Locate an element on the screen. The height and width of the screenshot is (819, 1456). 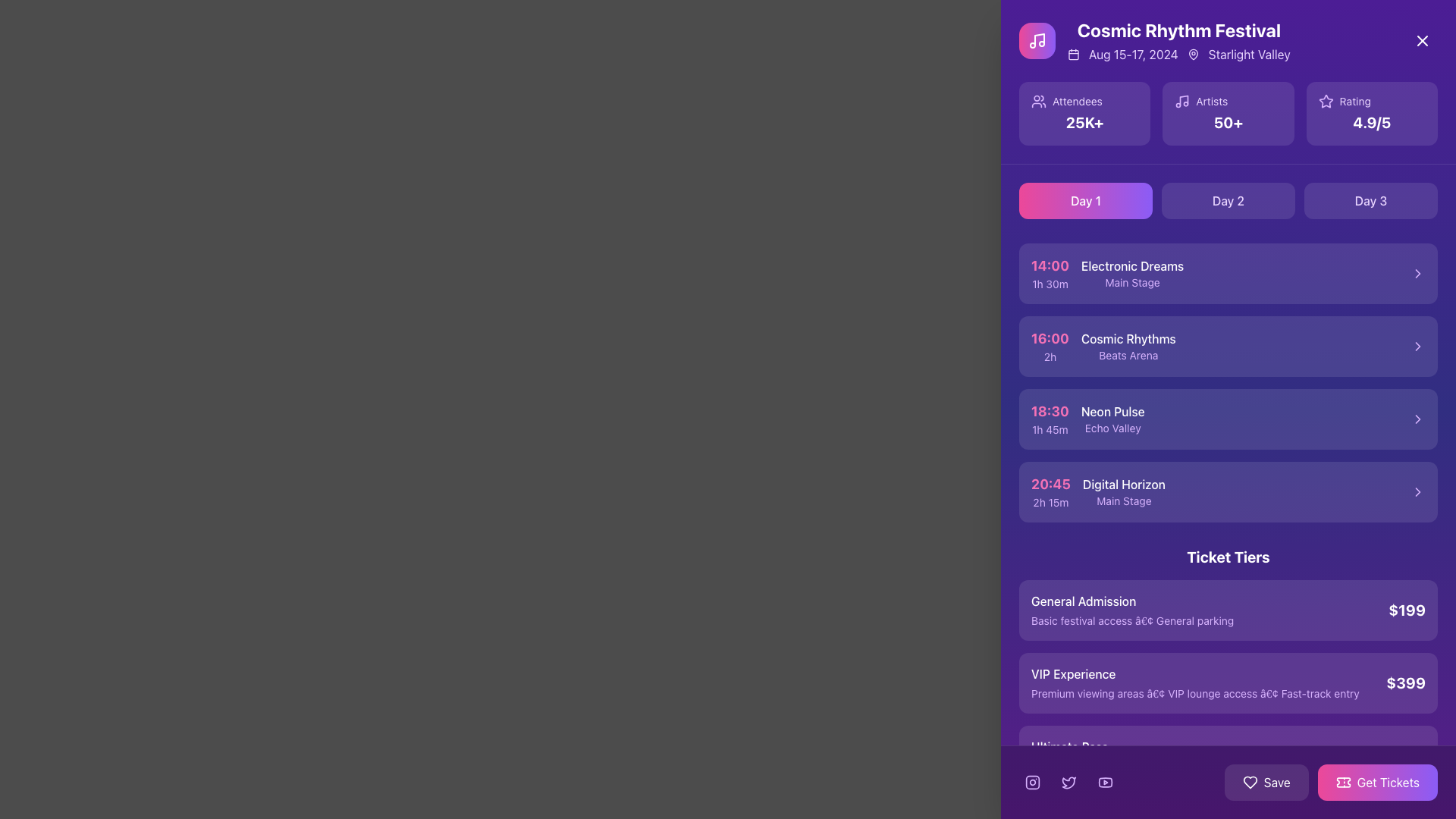
the third list item in the right panel that represents a schedule item, situated between 'Cosmic Rhythms' and 'Digital Horizon' is located at coordinates (1087, 419).